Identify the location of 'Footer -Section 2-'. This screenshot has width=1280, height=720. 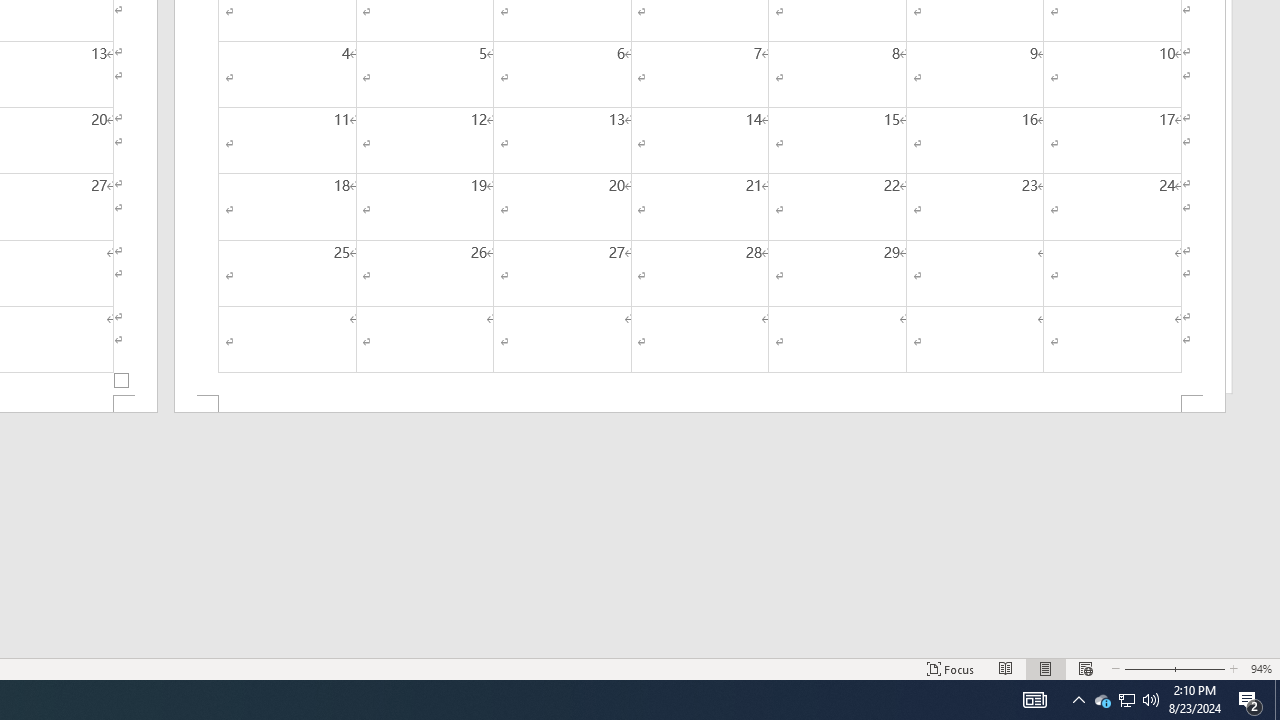
(700, 404).